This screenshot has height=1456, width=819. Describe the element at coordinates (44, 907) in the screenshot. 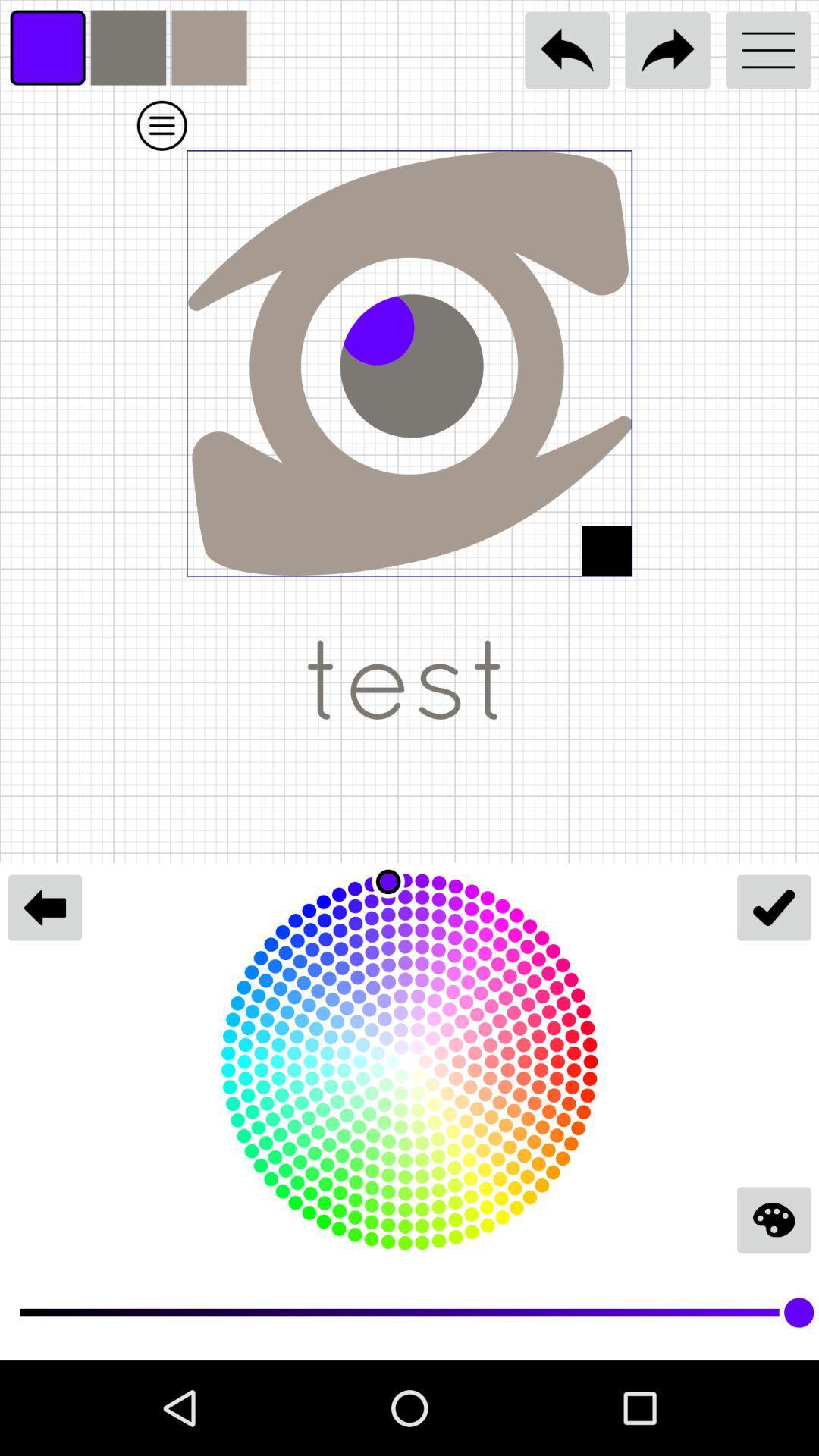

I see `the arrow_backward icon` at that location.